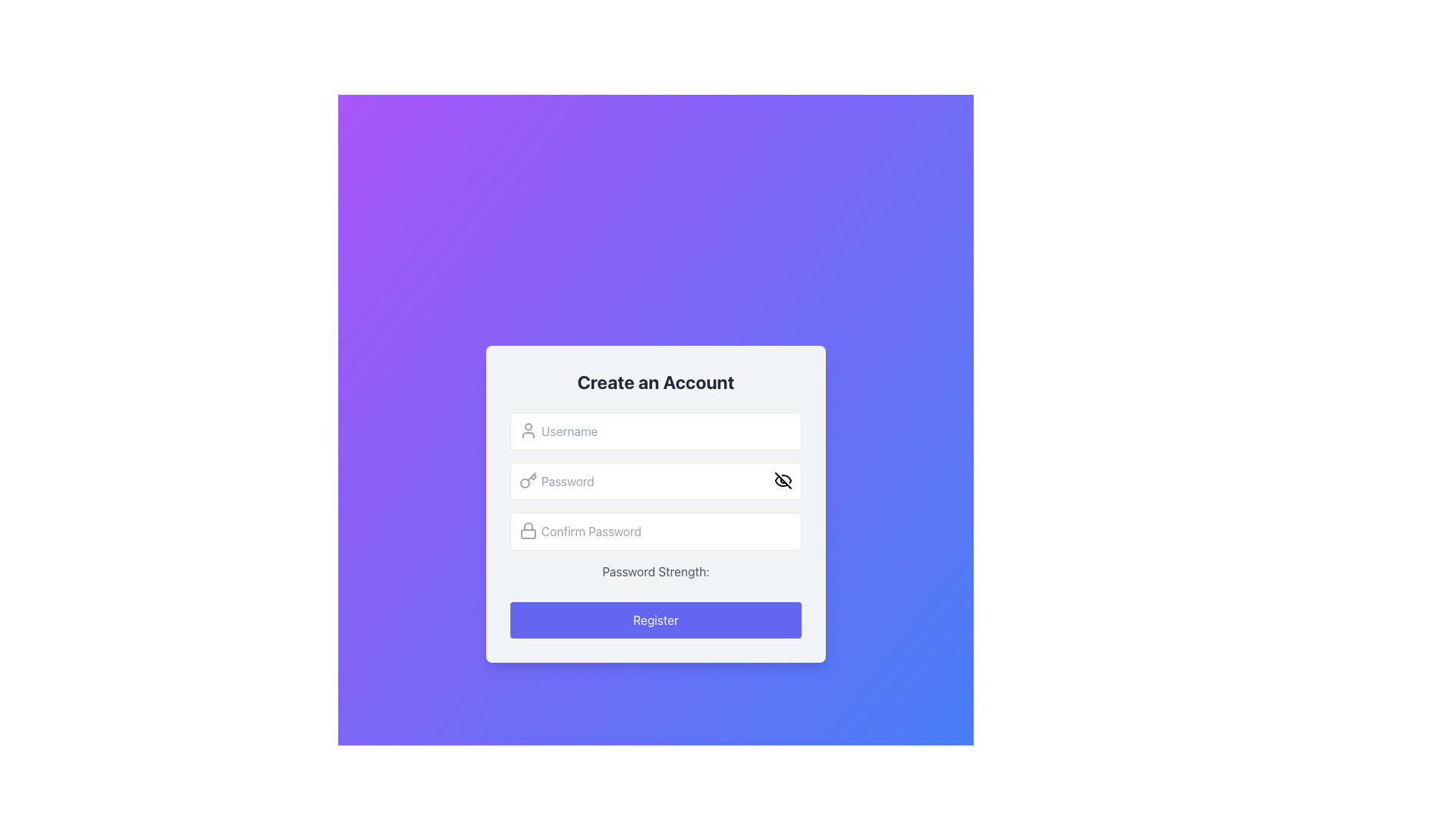 Image resolution: width=1456 pixels, height=819 pixels. I want to click on the password visibility toggle icon located to the right of the password input field, which allows users, so click(783, 480).